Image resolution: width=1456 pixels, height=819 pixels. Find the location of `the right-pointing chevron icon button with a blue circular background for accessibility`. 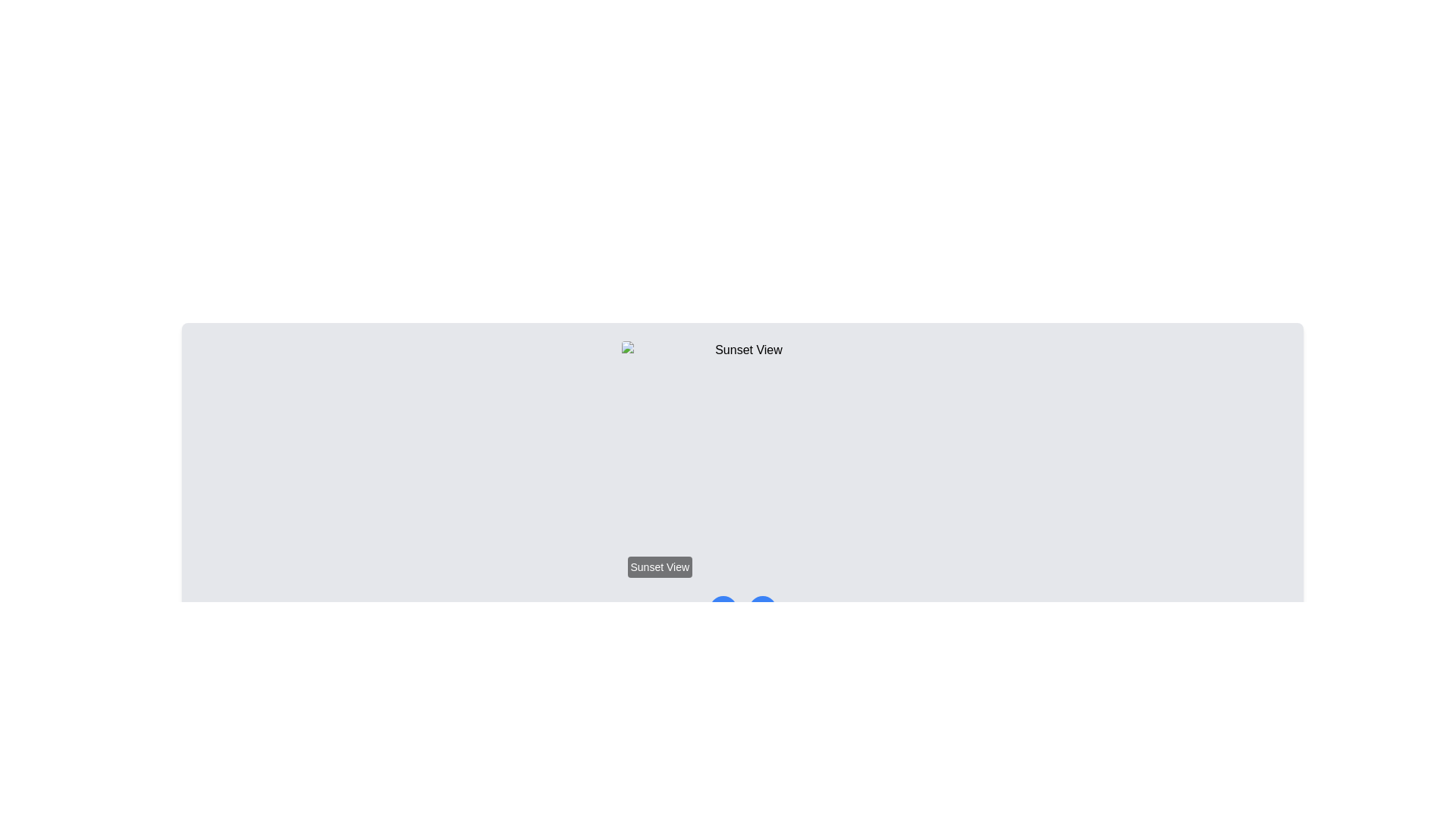

the right-pointing chevron icon button with a blue circular background for accessibility is located at coordinates (762, 608).